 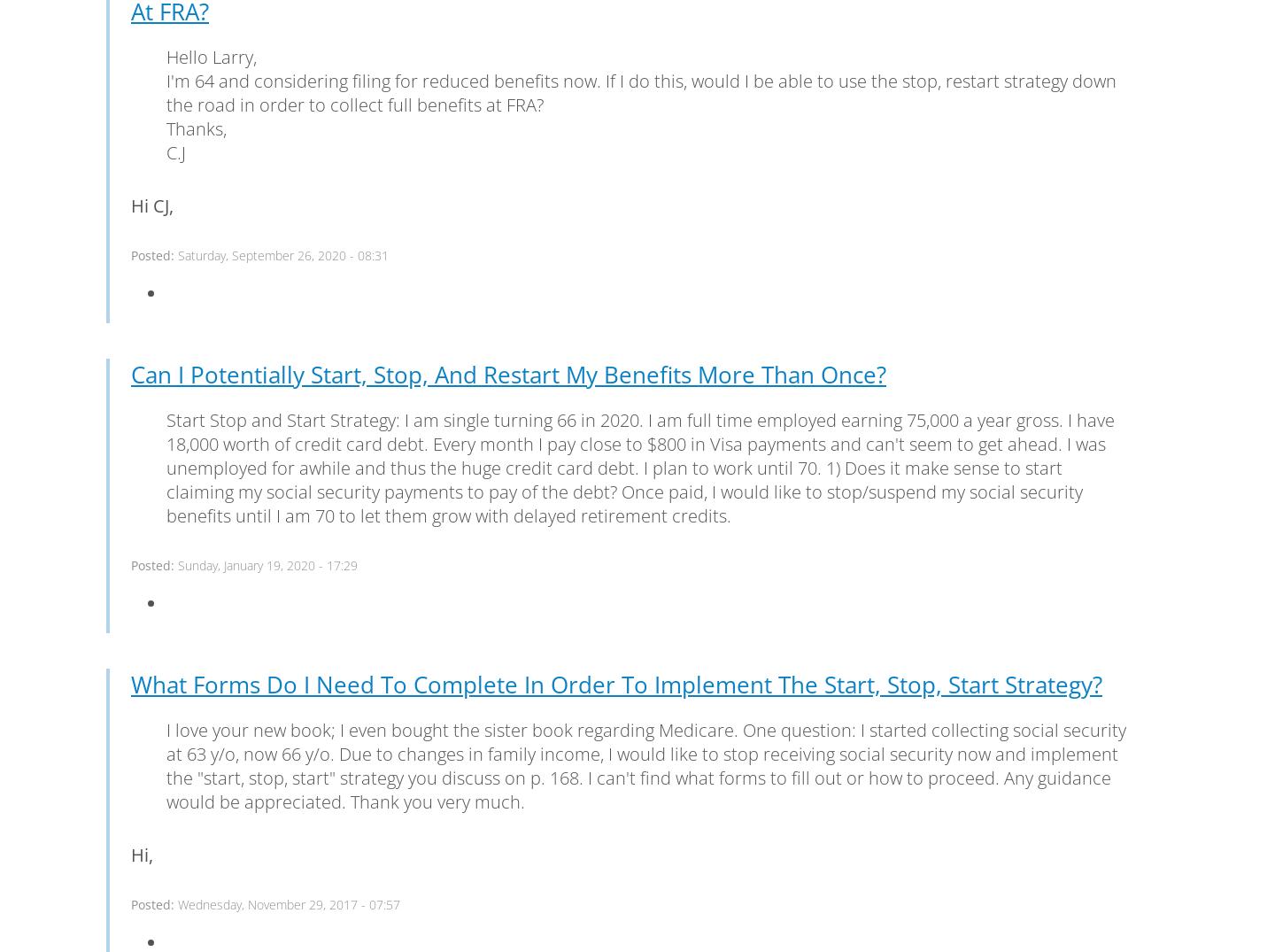 What do you see at coordinates (212, 56) in the screenshot?
I see `'Hello Larry,'` at bounding box center [212, 56].